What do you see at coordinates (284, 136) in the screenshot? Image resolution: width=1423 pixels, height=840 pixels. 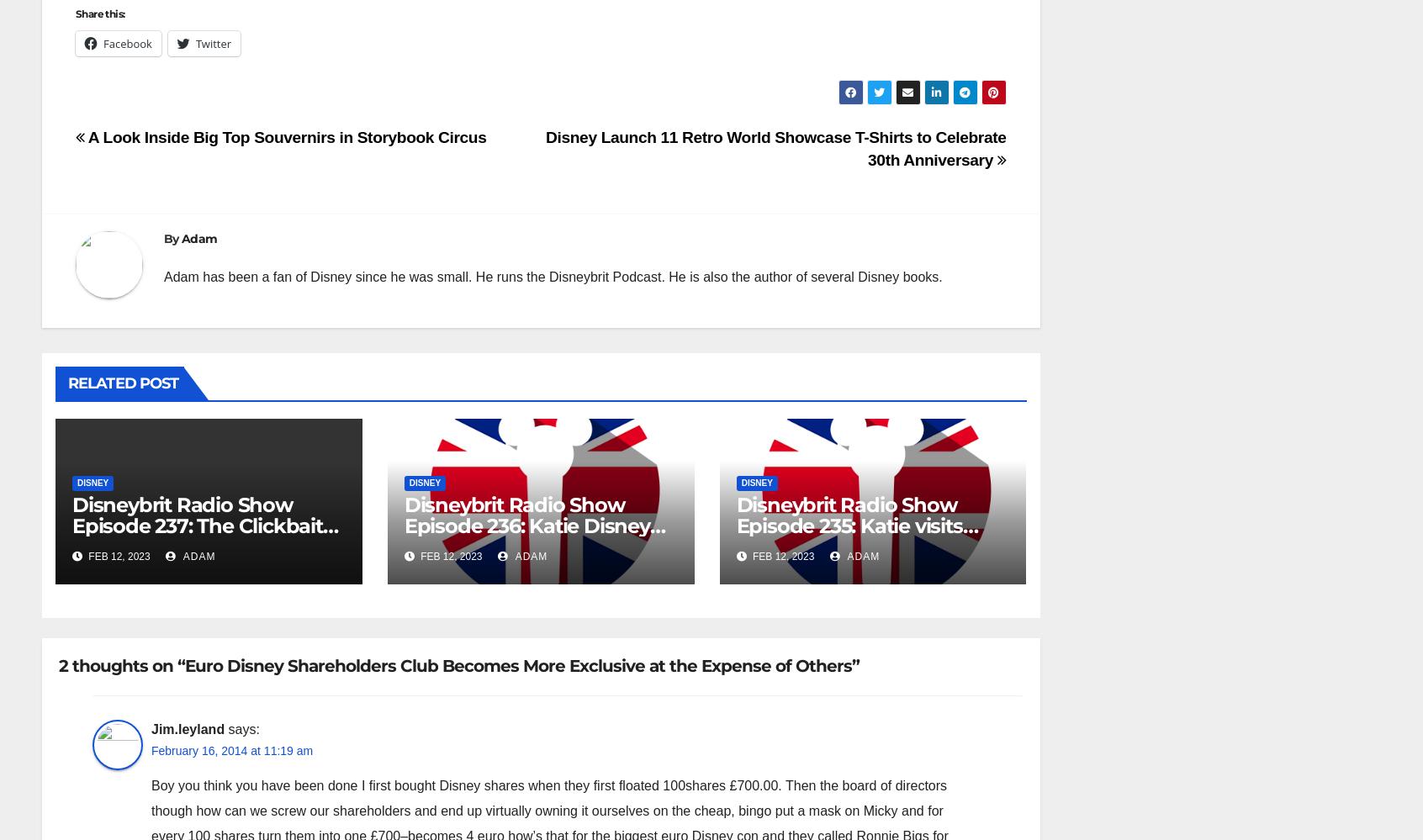 I see `'A Look Inside Big Top Souvernirs in Storybook Circus'` at bounding box center [284, 136].